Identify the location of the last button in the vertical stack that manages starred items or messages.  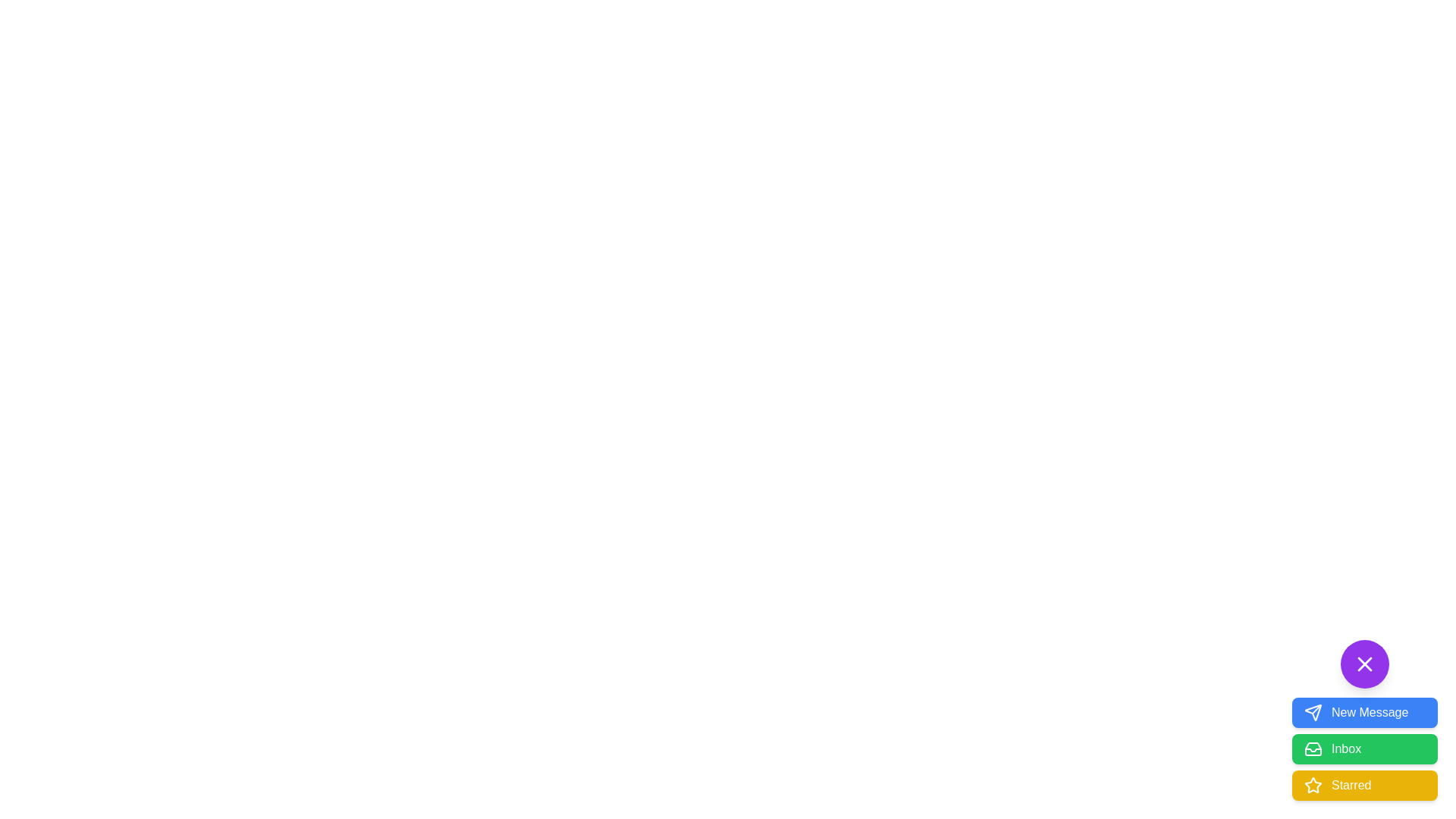
(1365, 785).